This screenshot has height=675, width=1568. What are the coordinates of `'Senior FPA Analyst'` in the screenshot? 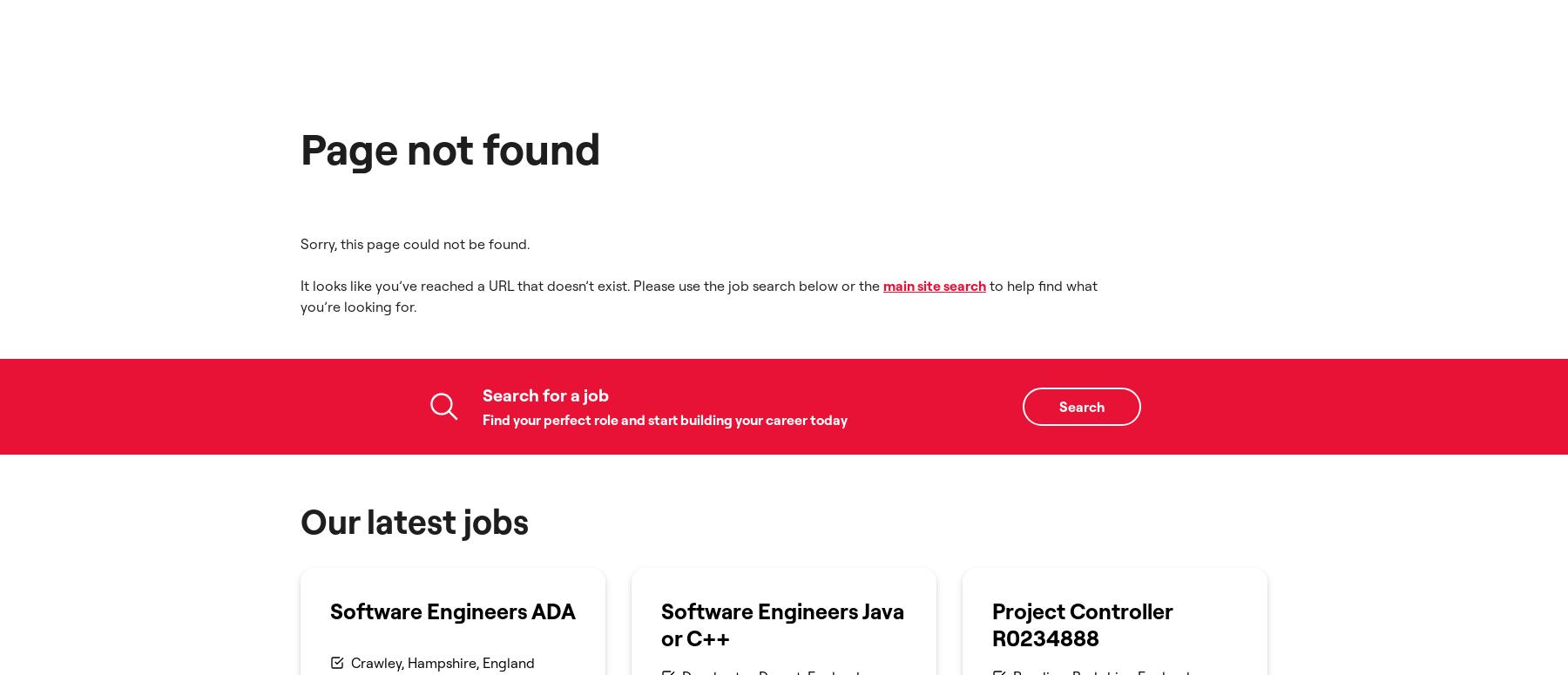 It's located at (753, 203).